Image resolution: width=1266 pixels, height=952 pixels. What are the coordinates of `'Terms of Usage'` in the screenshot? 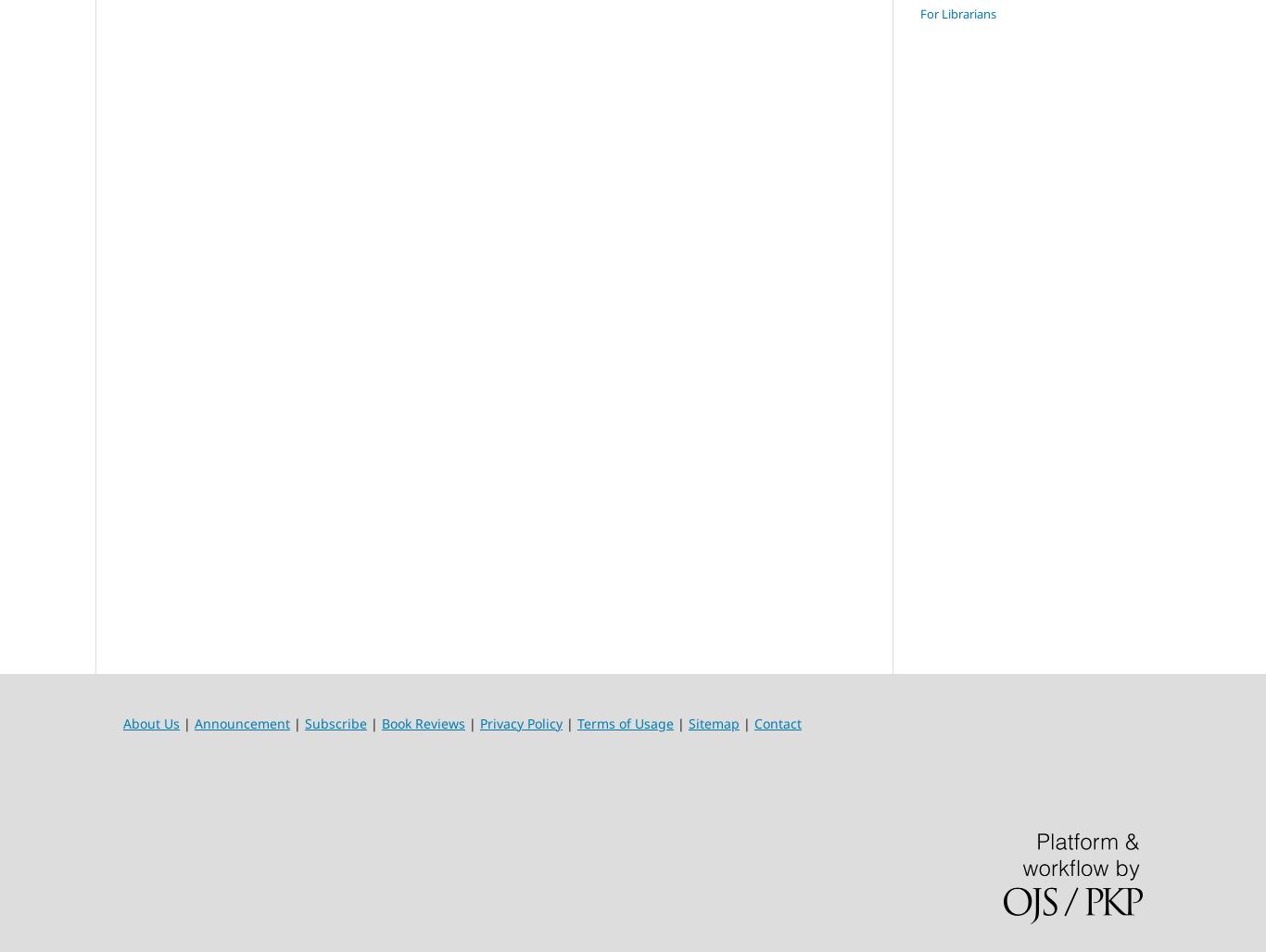 It's located at (576, 722).